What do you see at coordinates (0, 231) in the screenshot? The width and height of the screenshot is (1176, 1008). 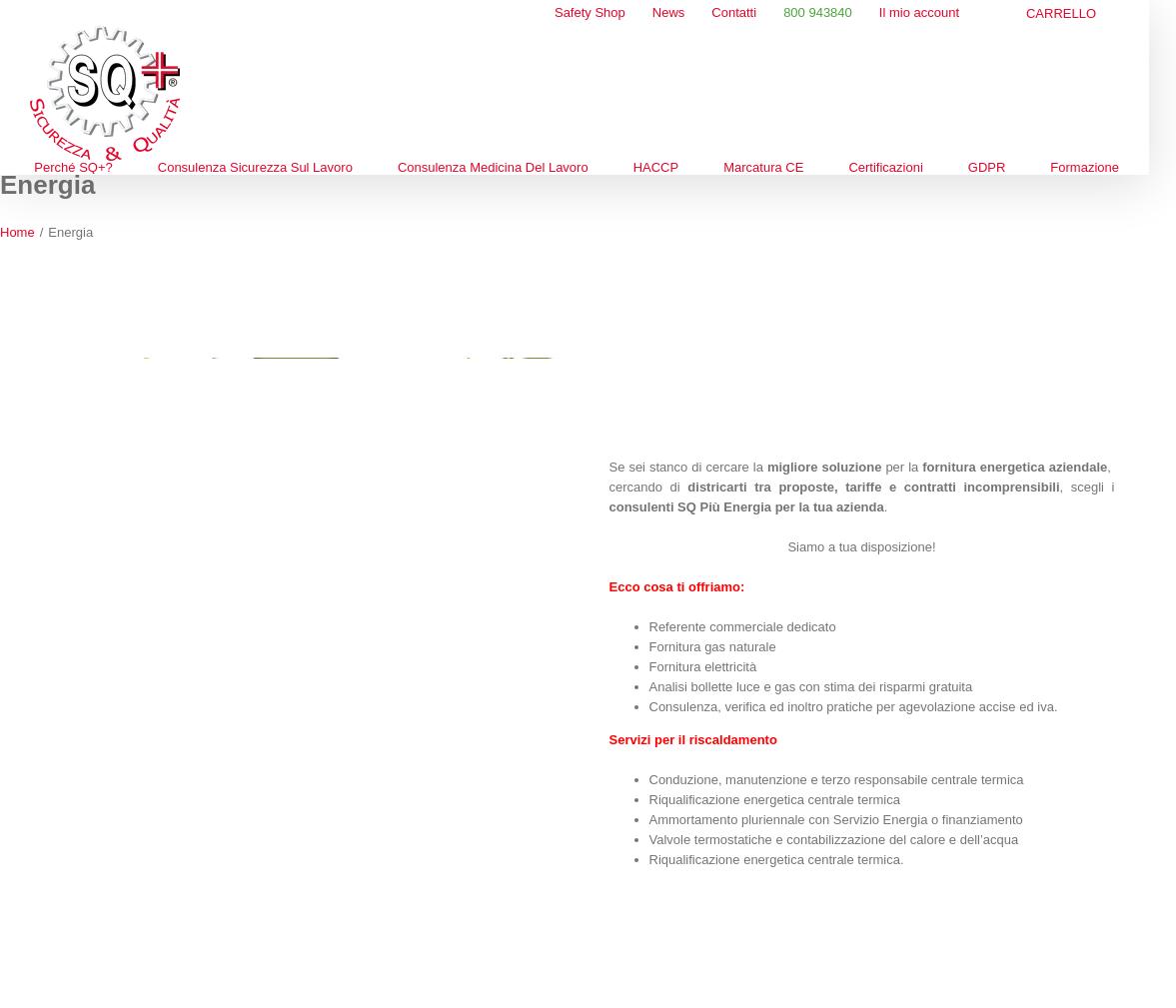 I see `'Home'` at bounding box center [0, 231].